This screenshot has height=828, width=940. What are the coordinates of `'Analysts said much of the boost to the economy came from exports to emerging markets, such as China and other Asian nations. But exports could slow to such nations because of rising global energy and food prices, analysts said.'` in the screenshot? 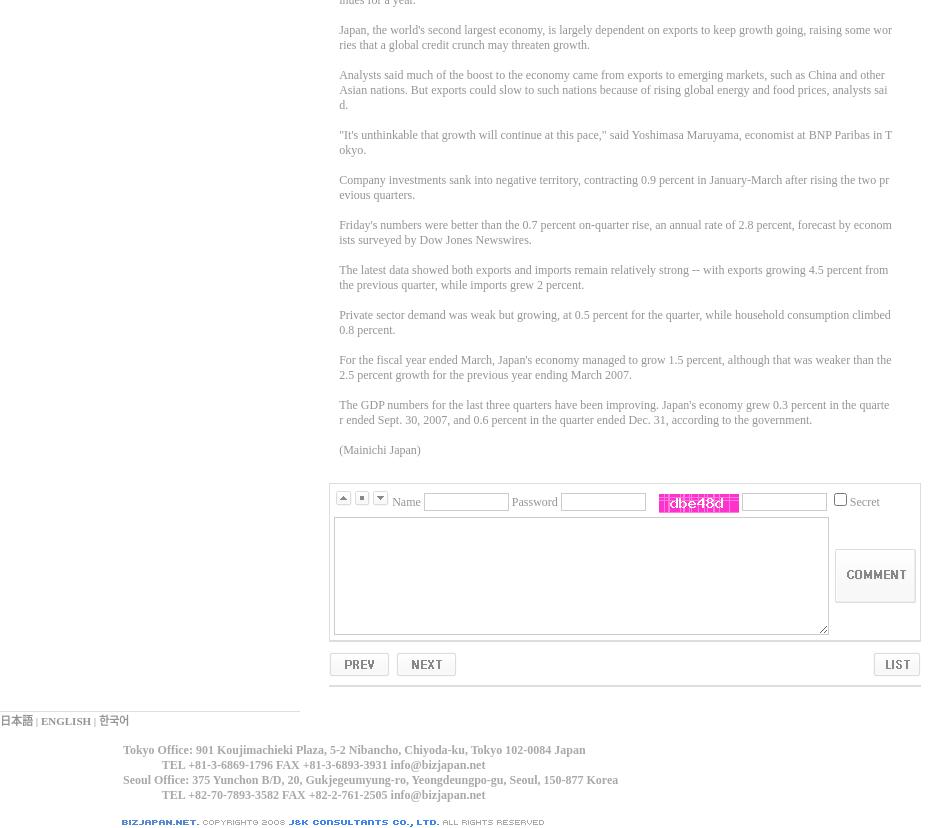 It's located at (611, 90).